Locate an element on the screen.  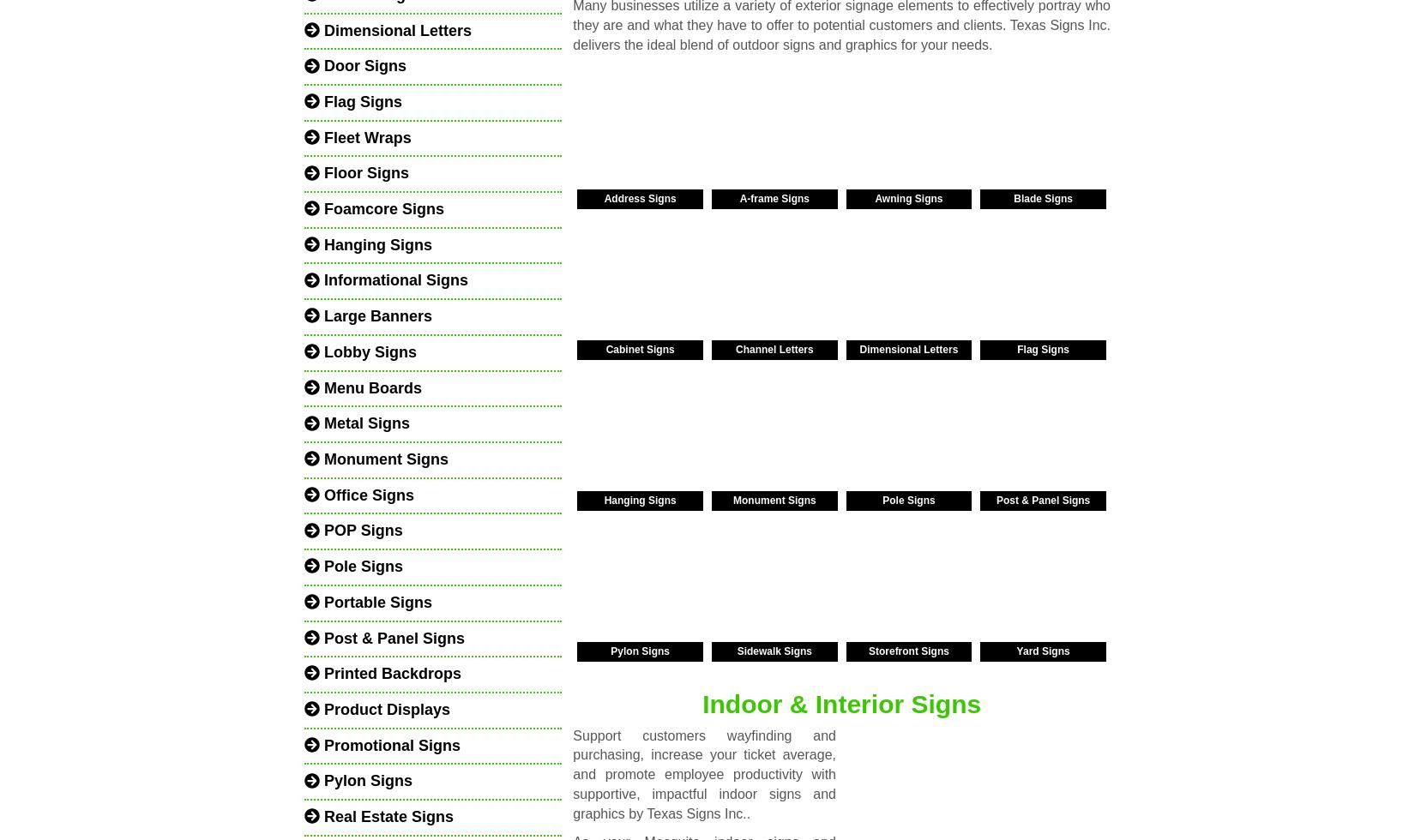
'Storefront Signs' is located at coordinates (907, 651).